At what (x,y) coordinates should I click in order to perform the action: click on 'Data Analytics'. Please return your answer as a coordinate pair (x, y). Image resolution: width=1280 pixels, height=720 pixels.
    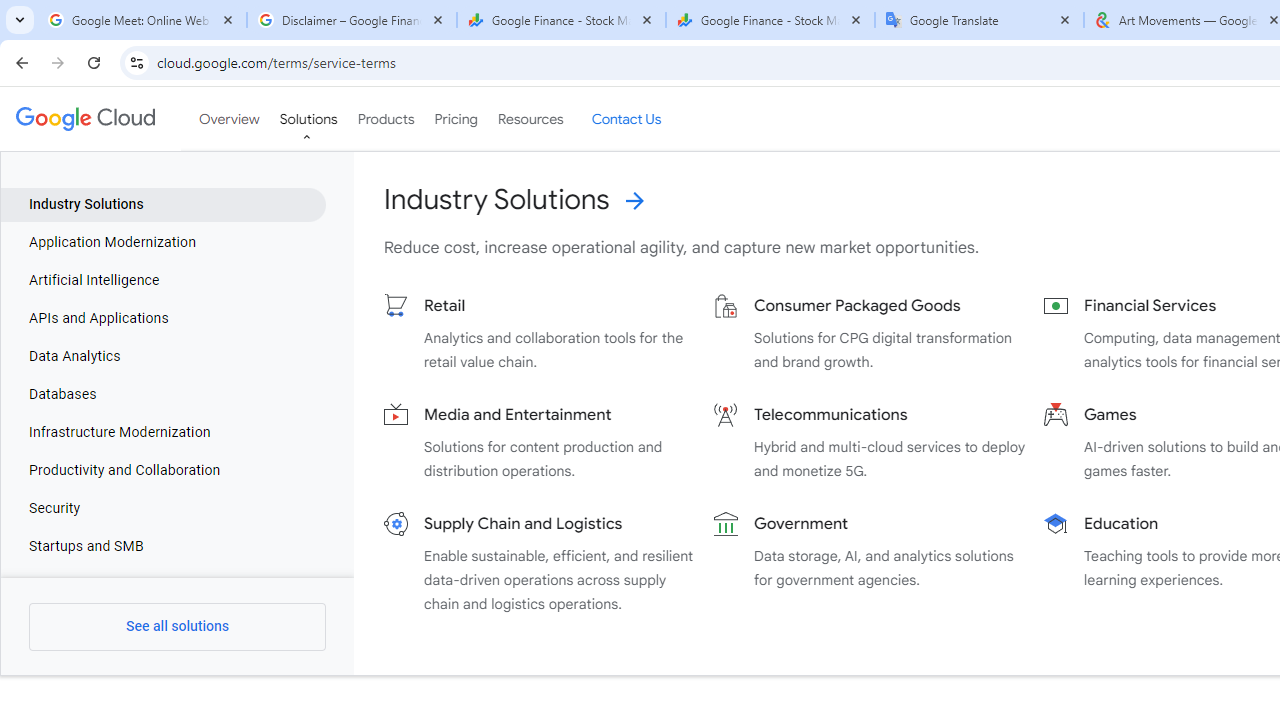
    Looking at the image, I should click on (163, 355).